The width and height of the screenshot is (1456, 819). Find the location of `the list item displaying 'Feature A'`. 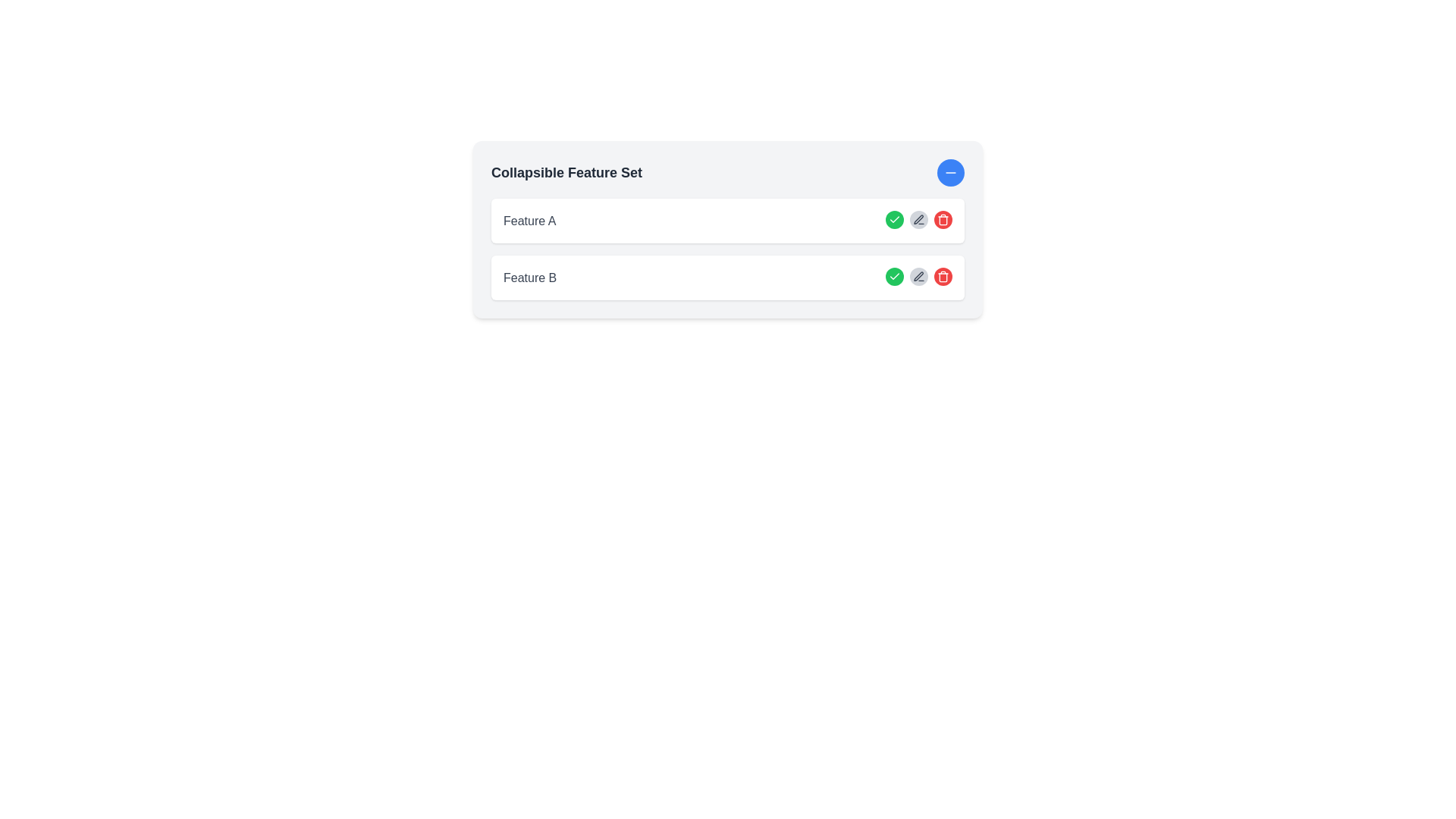

the list item displaying 'Feature A' is located at coordinates (728, 220).